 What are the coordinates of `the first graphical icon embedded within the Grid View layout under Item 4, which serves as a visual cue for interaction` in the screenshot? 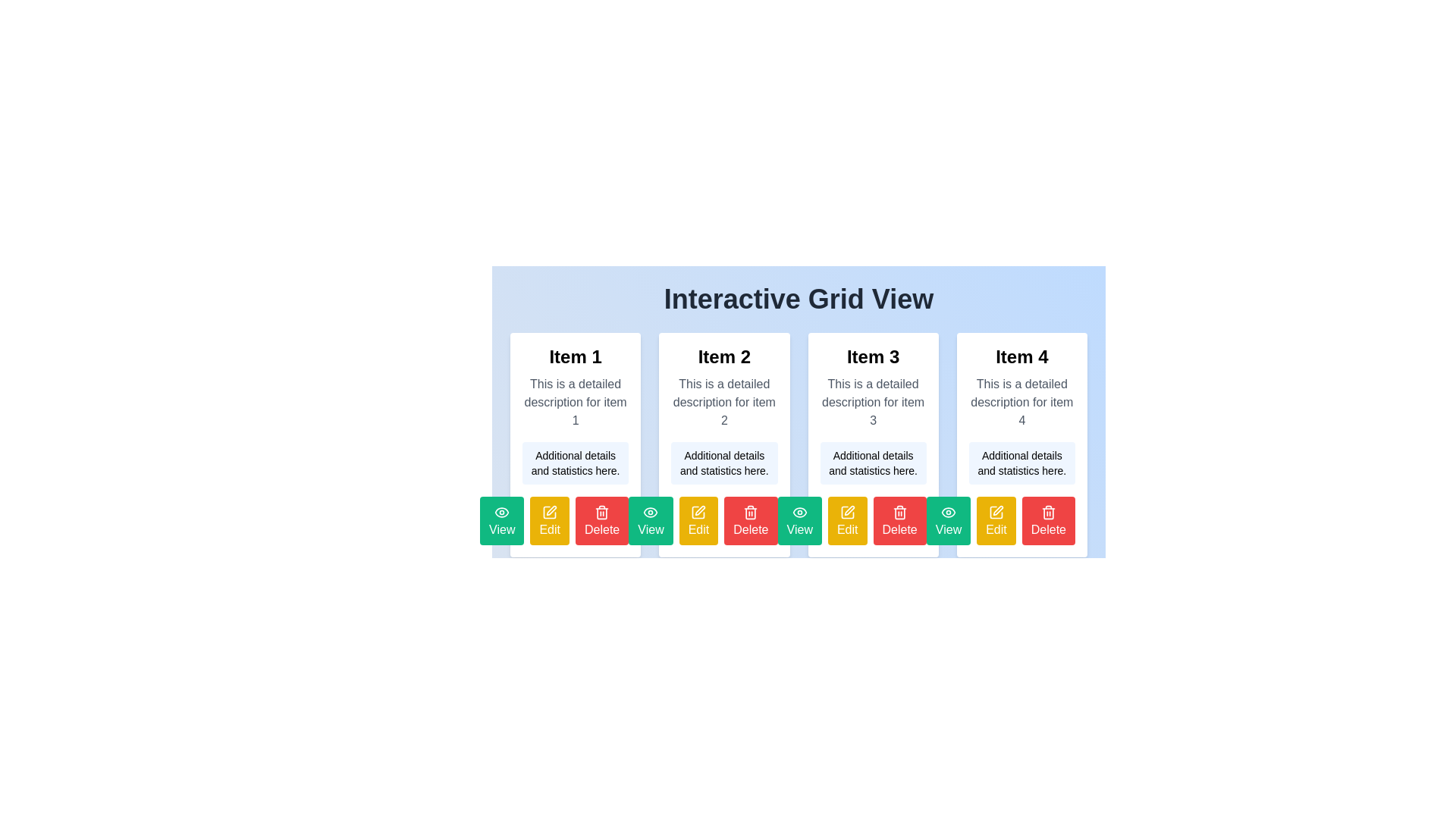 It's located at (996, 512).